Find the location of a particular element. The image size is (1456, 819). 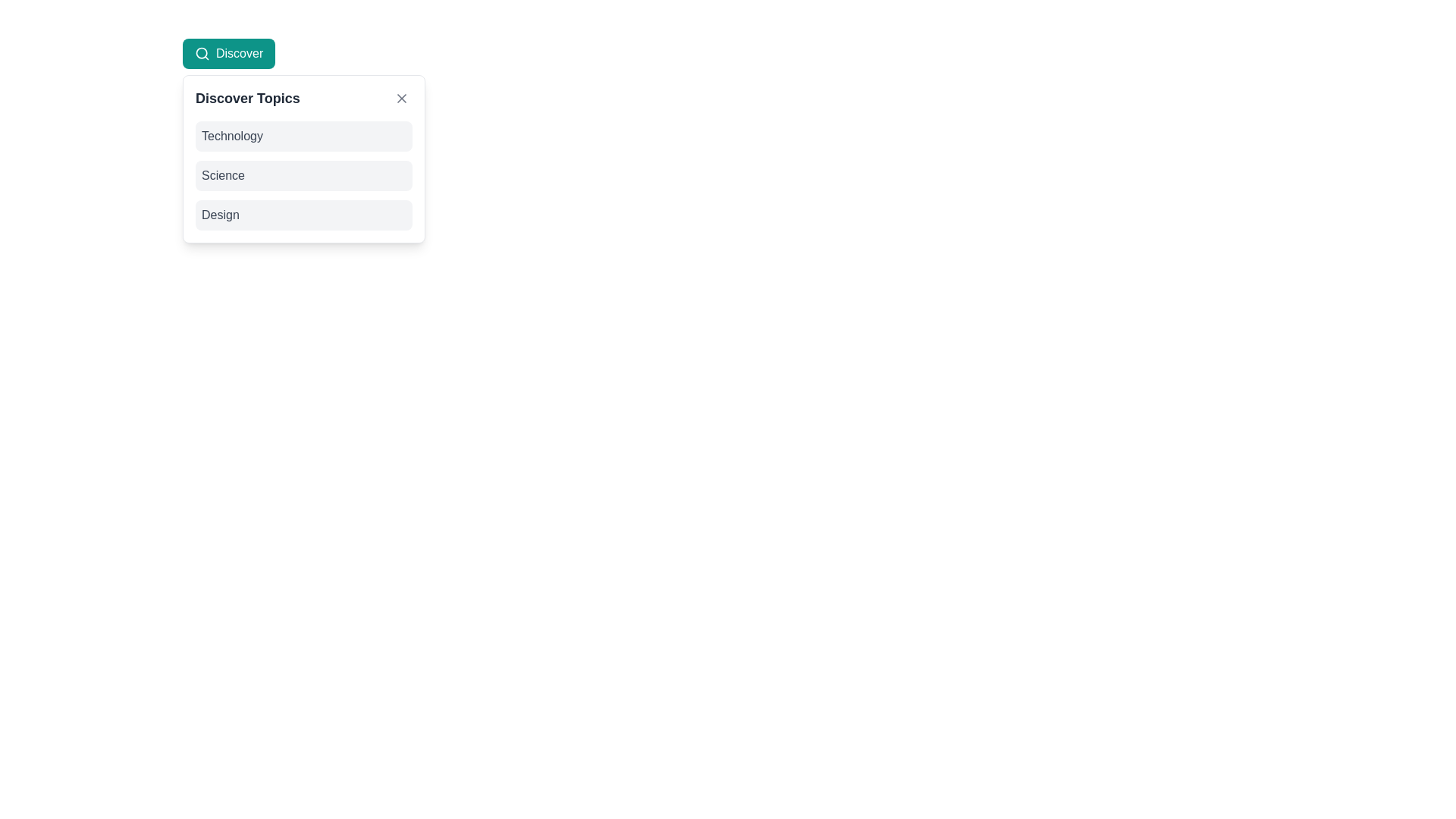

the 'Design' button-like list item, which is a rectangular component with rounded corners and light gray color is located at coordinates (303, 215).